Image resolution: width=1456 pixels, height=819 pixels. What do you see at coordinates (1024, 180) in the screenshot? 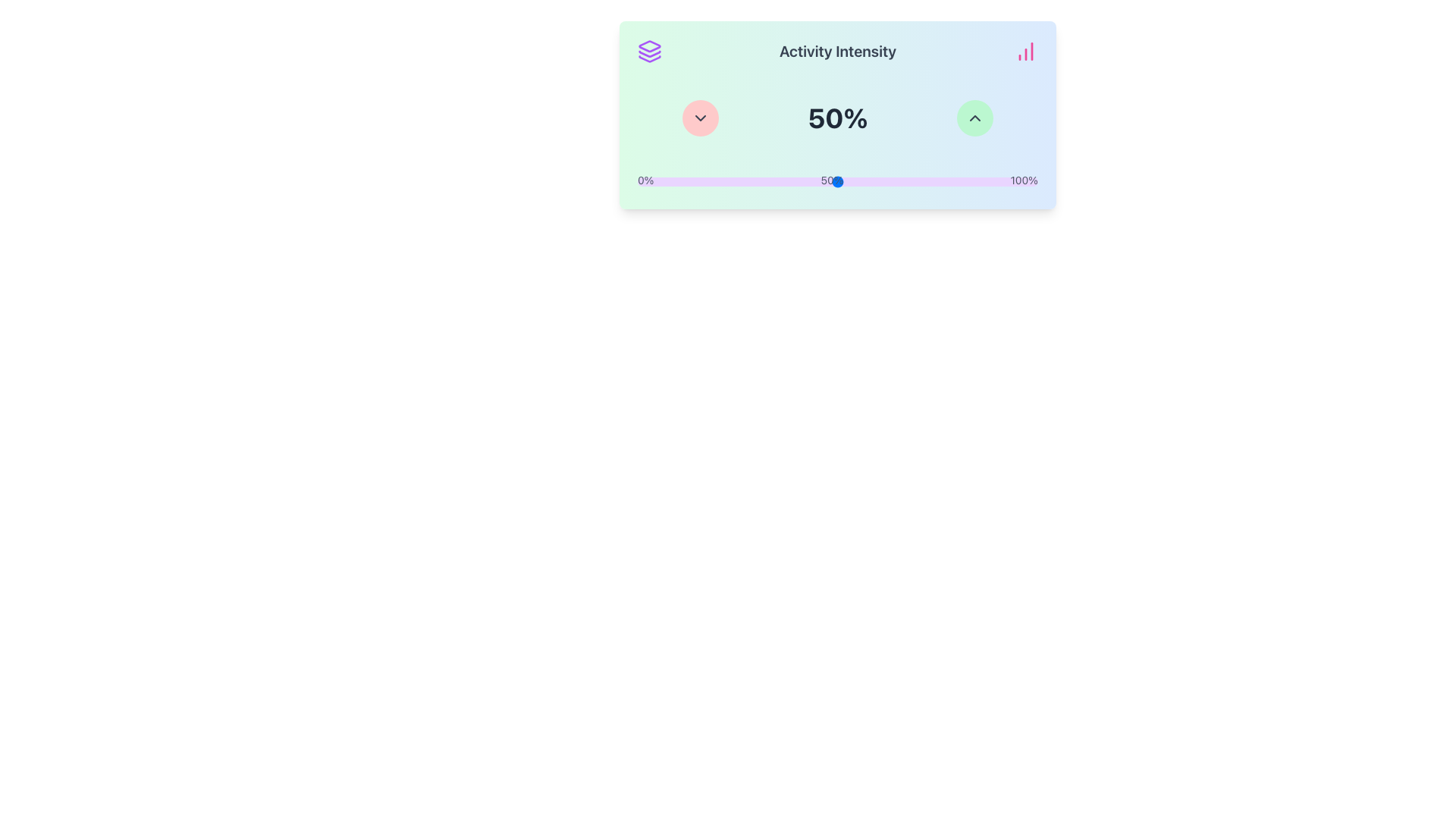
I see `text from the Text Label displaying '100%' which is located at the far right end of the slider component` at bounding box center [1024, 180].